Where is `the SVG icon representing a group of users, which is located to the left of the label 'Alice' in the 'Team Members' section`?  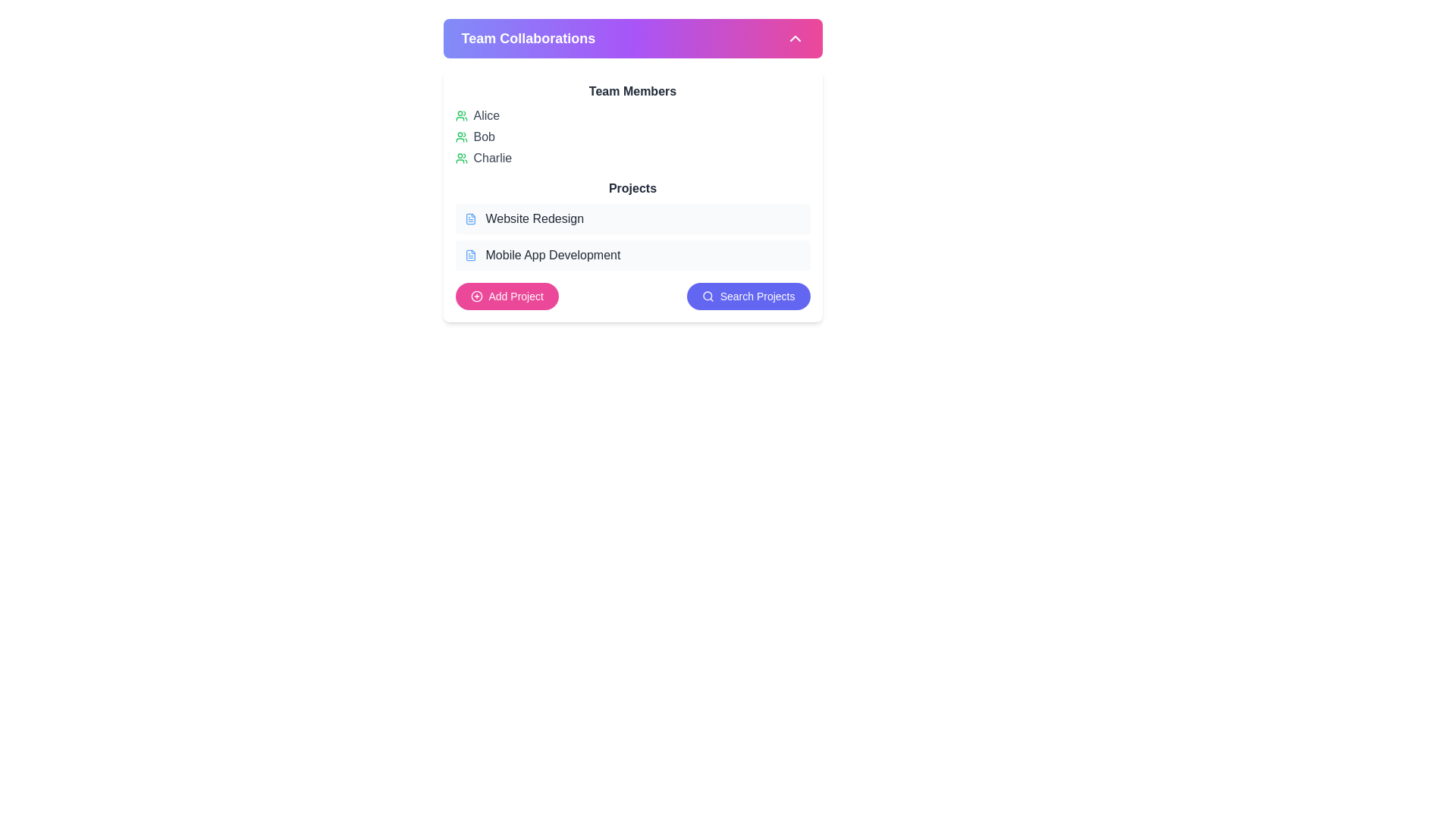
the SVG icon representing a group of users, which is located to the left of the label 'Alice' in the 'Team Members' section is located at coordinates (460, 115).